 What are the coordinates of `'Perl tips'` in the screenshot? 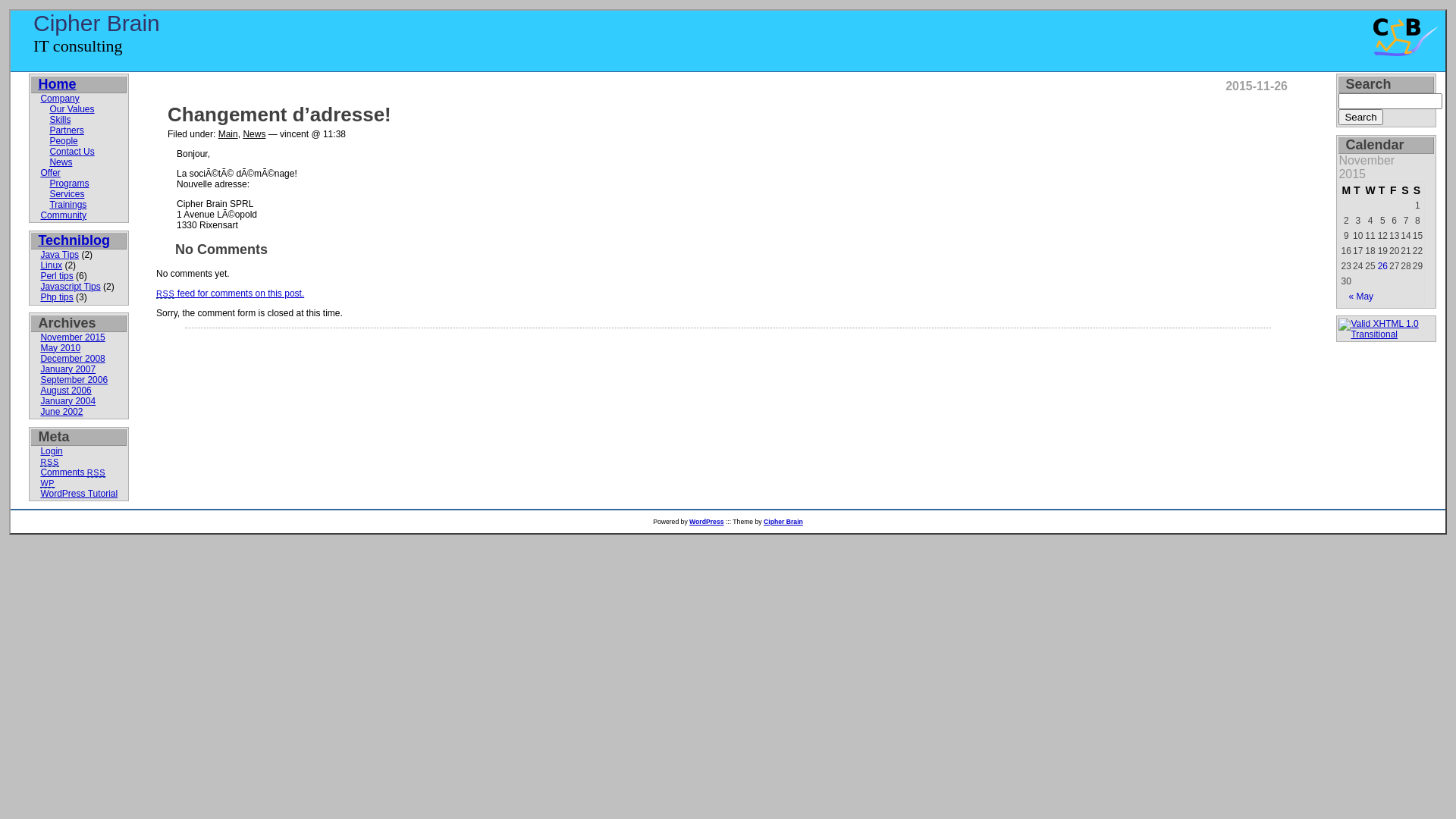 It's located at (56, 275).